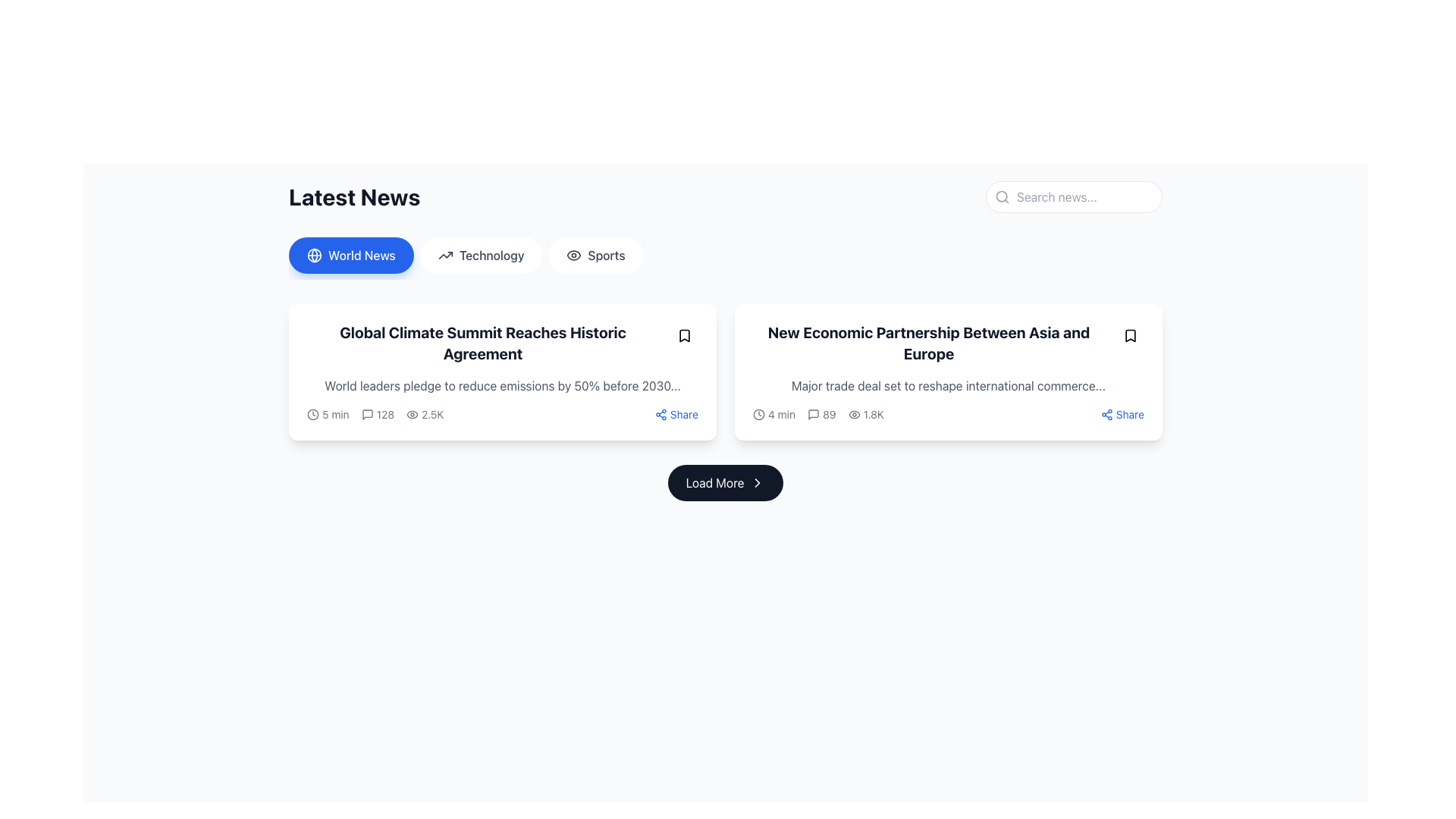 The height and width of the screenshot is (819, 1456). I want to click on the text label displaying the summary 'World leaders pledge to reduce emissions by 50% before 2030...' for accessibility purposes, so click(502, 385).